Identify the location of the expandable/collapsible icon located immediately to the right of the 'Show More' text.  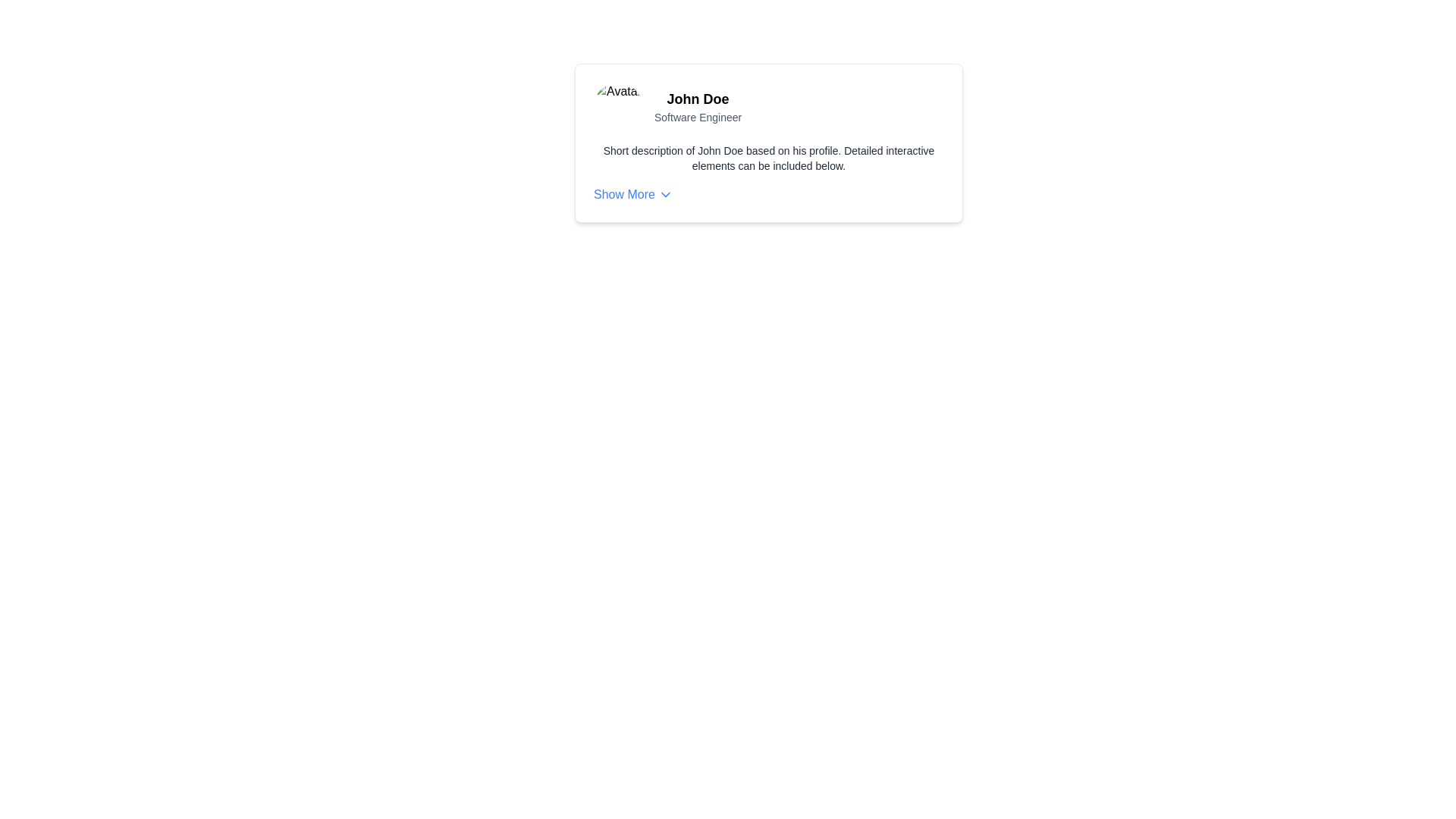
(665, 194).